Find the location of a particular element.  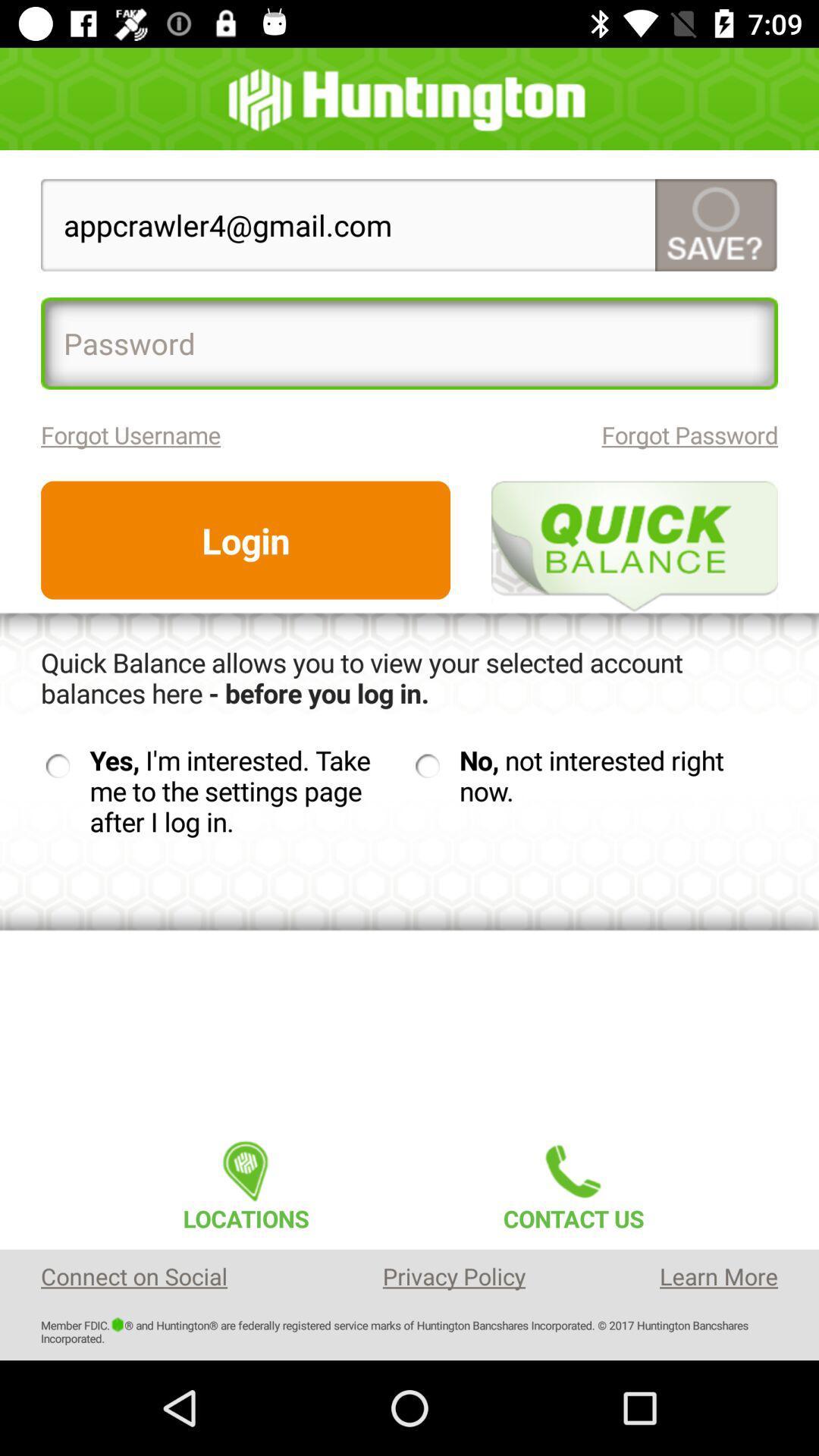

contact us is located at coordinates (573, 1181).